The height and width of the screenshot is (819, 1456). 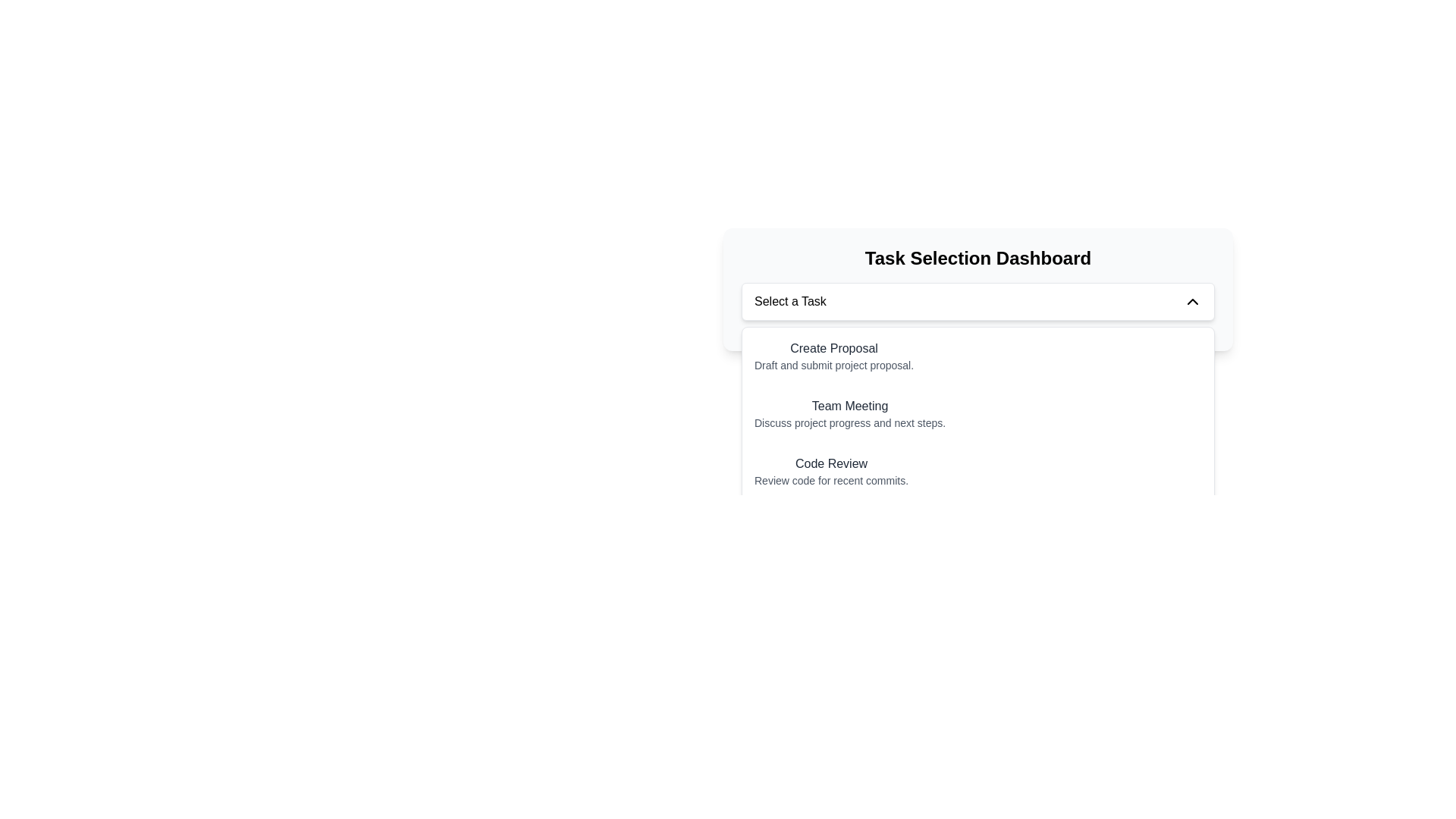 What do you see at coordinates (978, 289) in the screenshot?
I see `the dropdown control located centrally within the task selection interface` at bounding box center [978, 289].